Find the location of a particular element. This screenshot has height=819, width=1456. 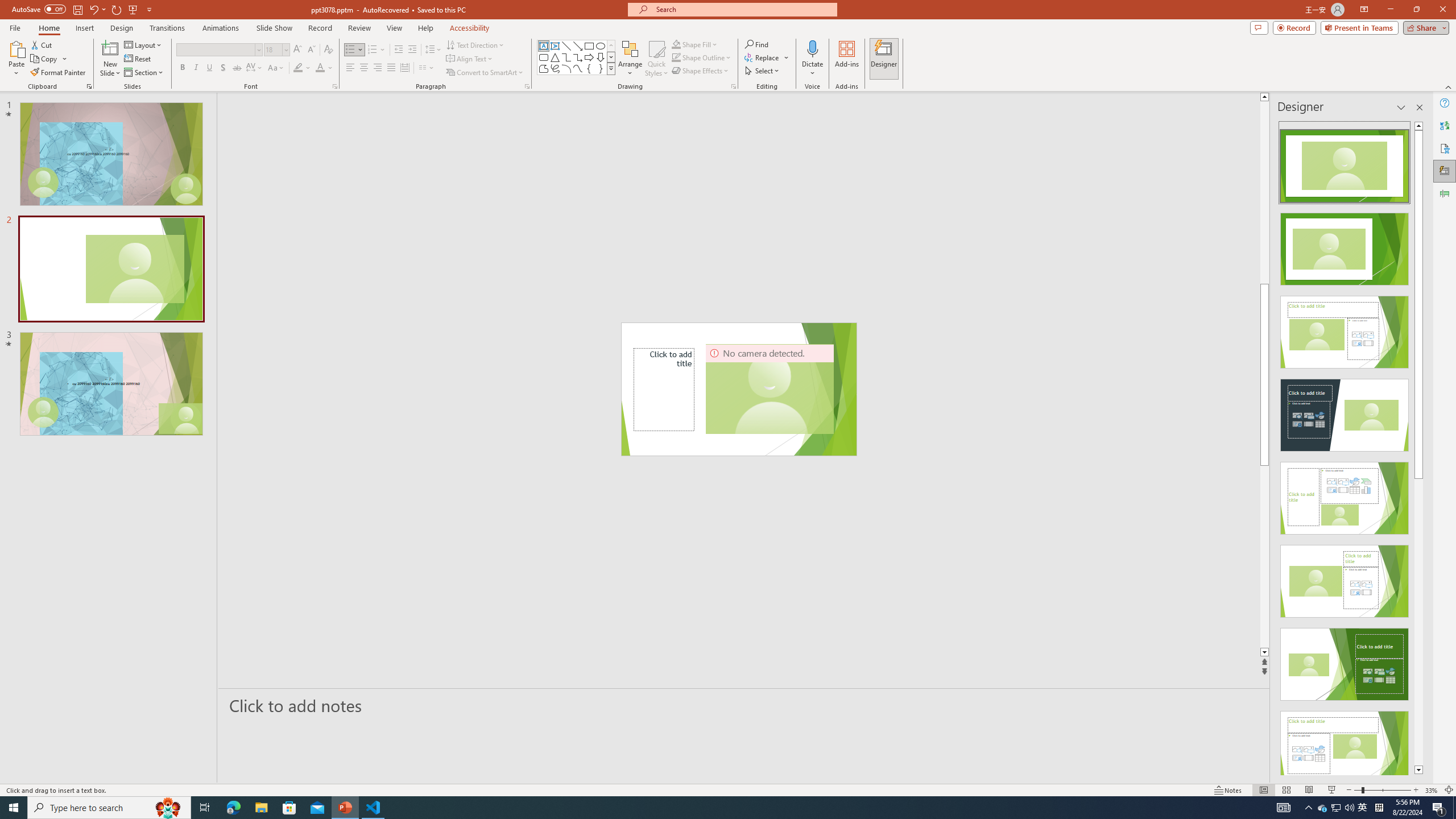

'Slide Notes' is located at coordinates (744, 705).